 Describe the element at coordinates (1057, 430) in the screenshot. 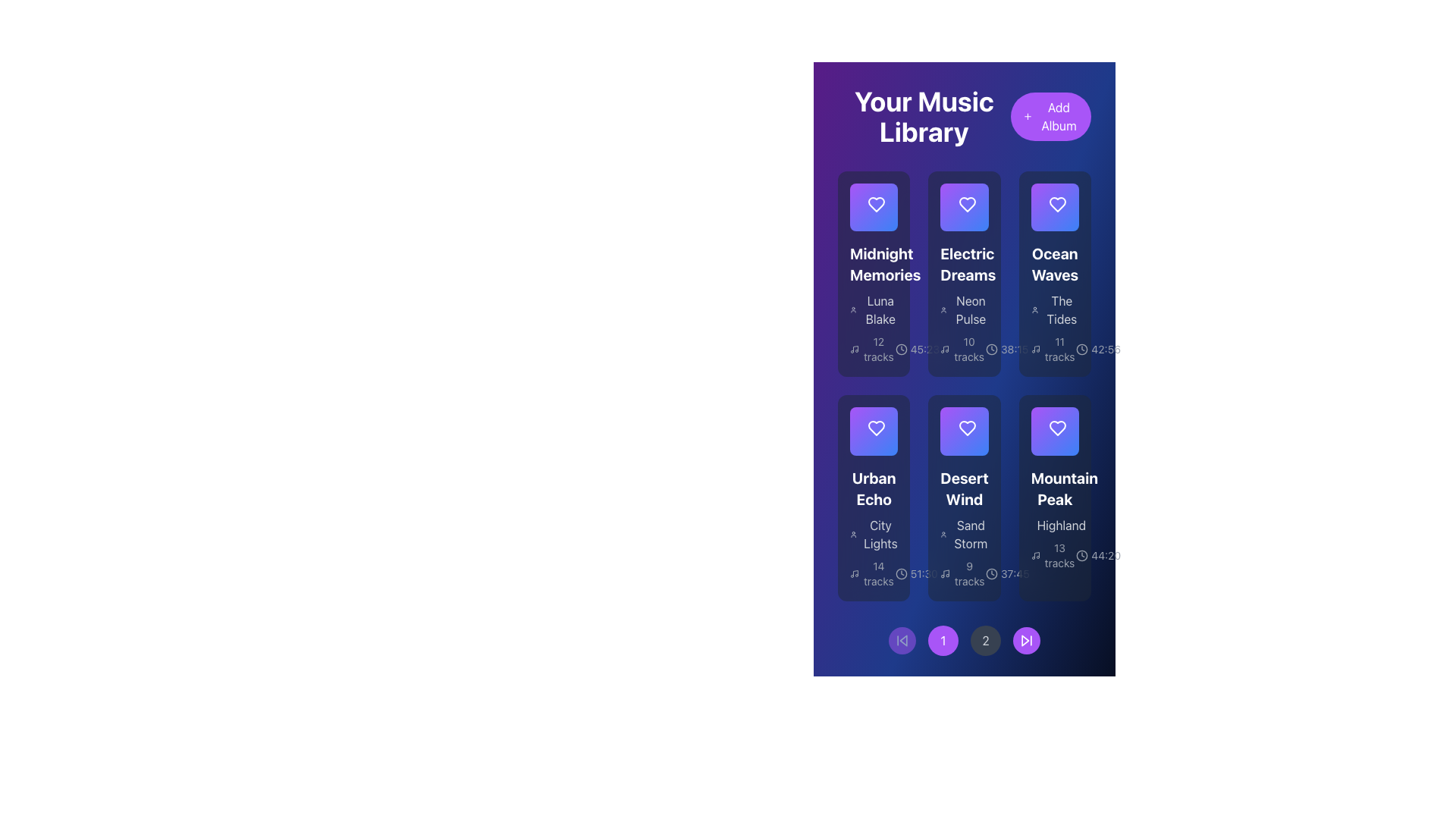

I see `the heart icon in the top-right corner of the 'Mountain Peak' album card` at that location.